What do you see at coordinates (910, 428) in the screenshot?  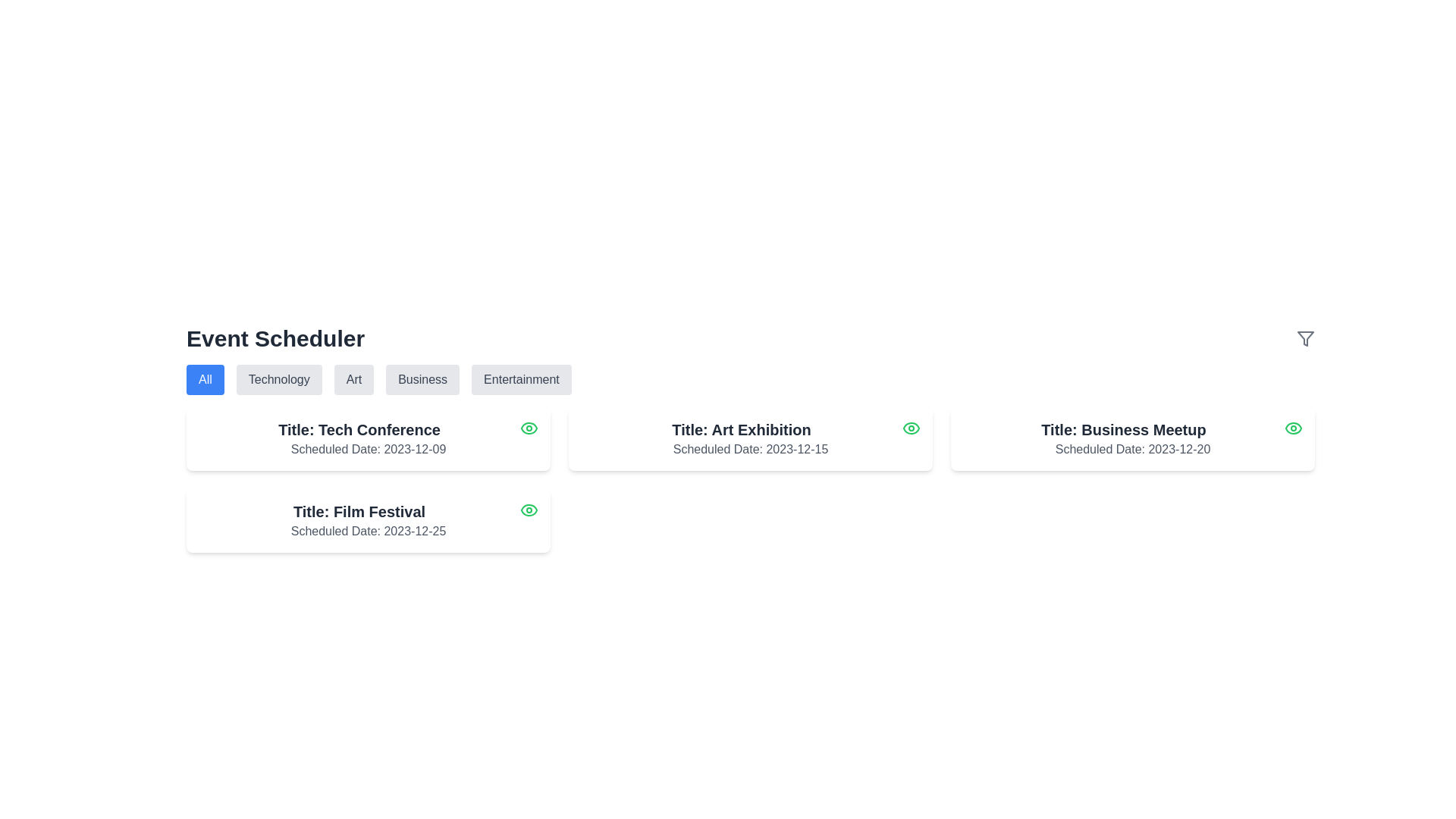 I see `the eye icon located in the top-right corner of the 'Art Exhibition' card` at bounding box center [910, 428].